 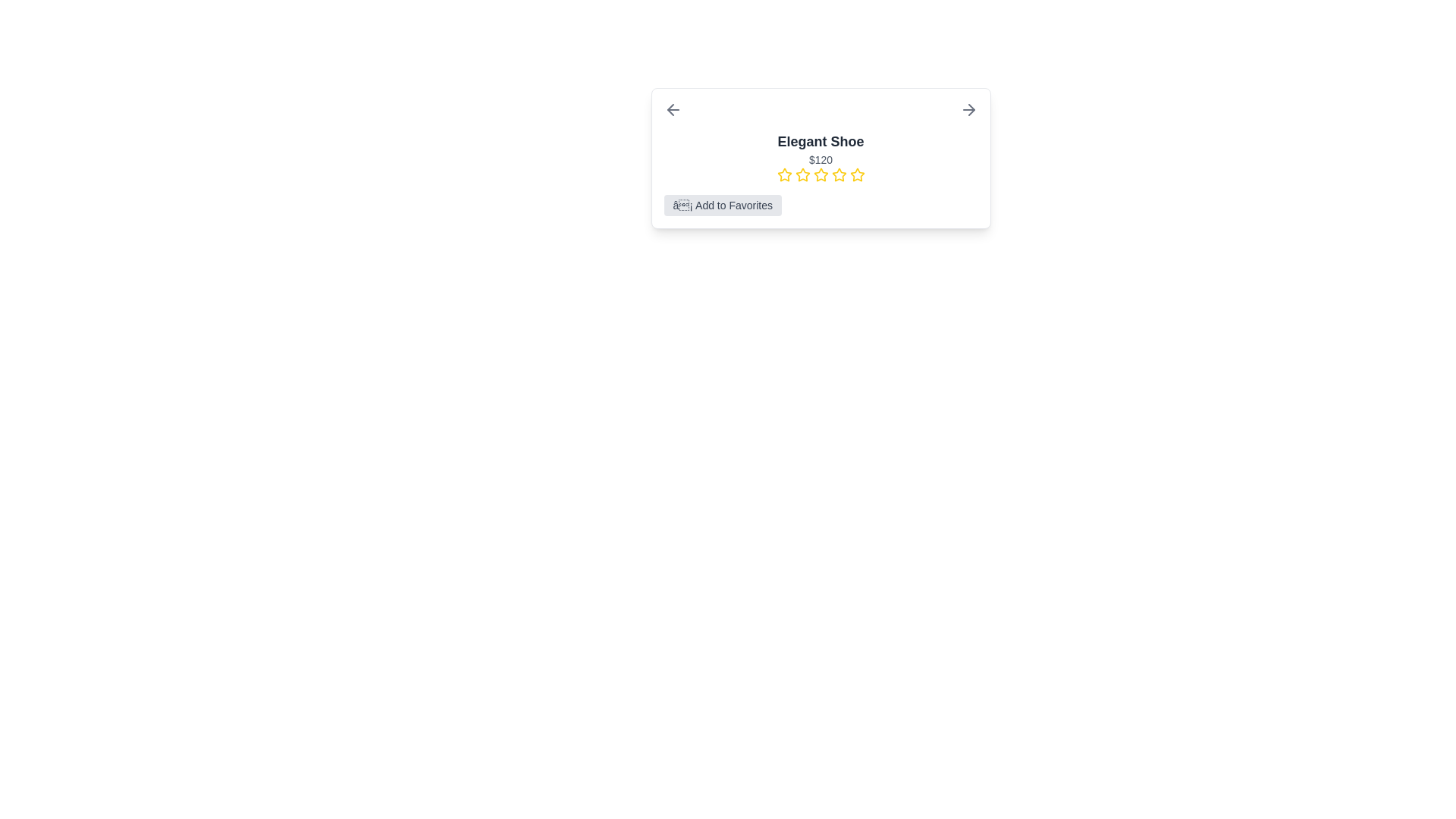 I want to click on the text label displaying '$120' in a smaller gray font, which is positioned below the title 'Elegant Shoe' and above the rating stars, so click(x=820, y=160).